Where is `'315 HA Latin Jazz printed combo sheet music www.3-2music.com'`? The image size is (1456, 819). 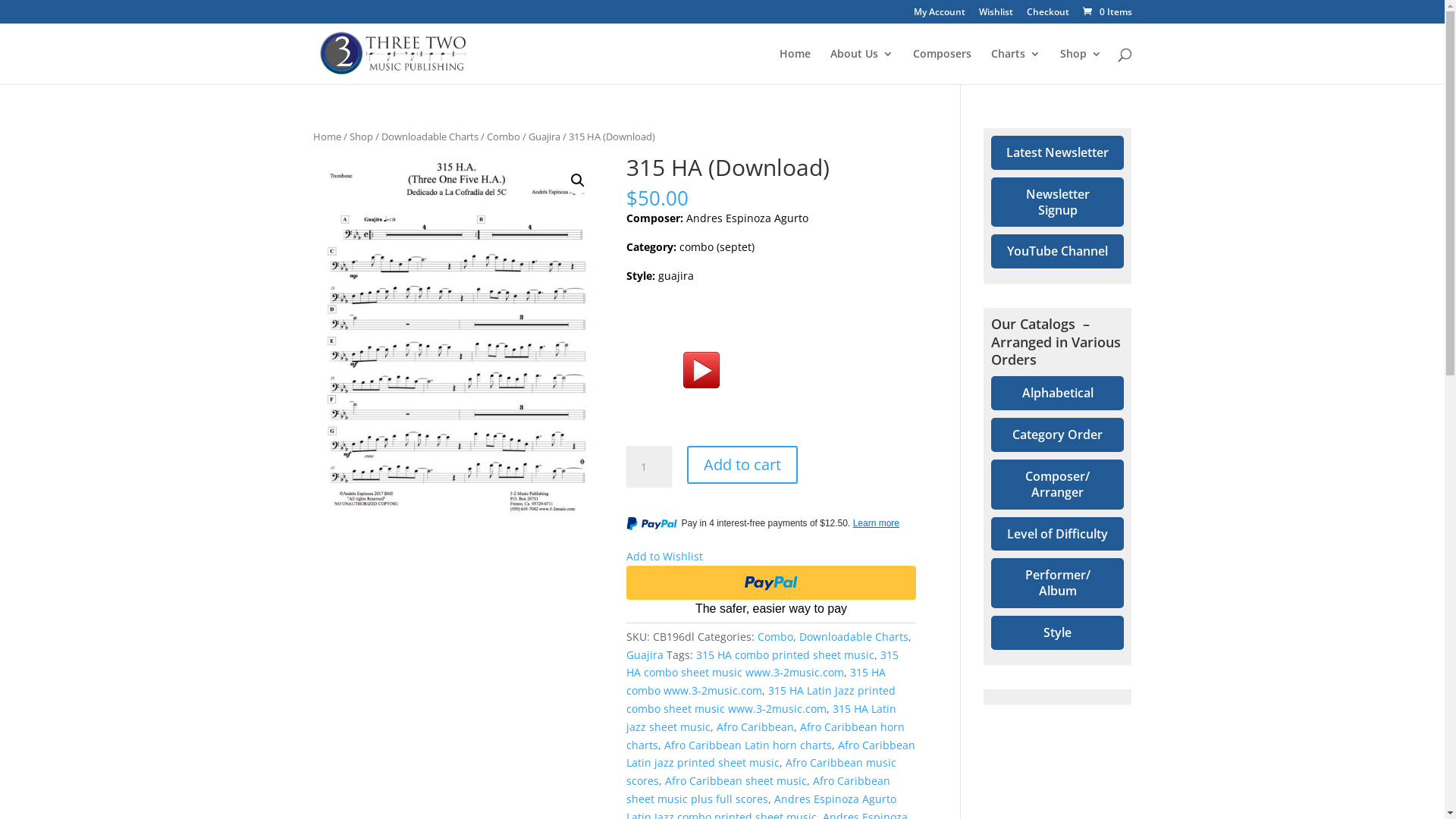 '315 HA Latin Jazz printed combo sheet music www.3-2music.com' is located at coordinates (761, 699).